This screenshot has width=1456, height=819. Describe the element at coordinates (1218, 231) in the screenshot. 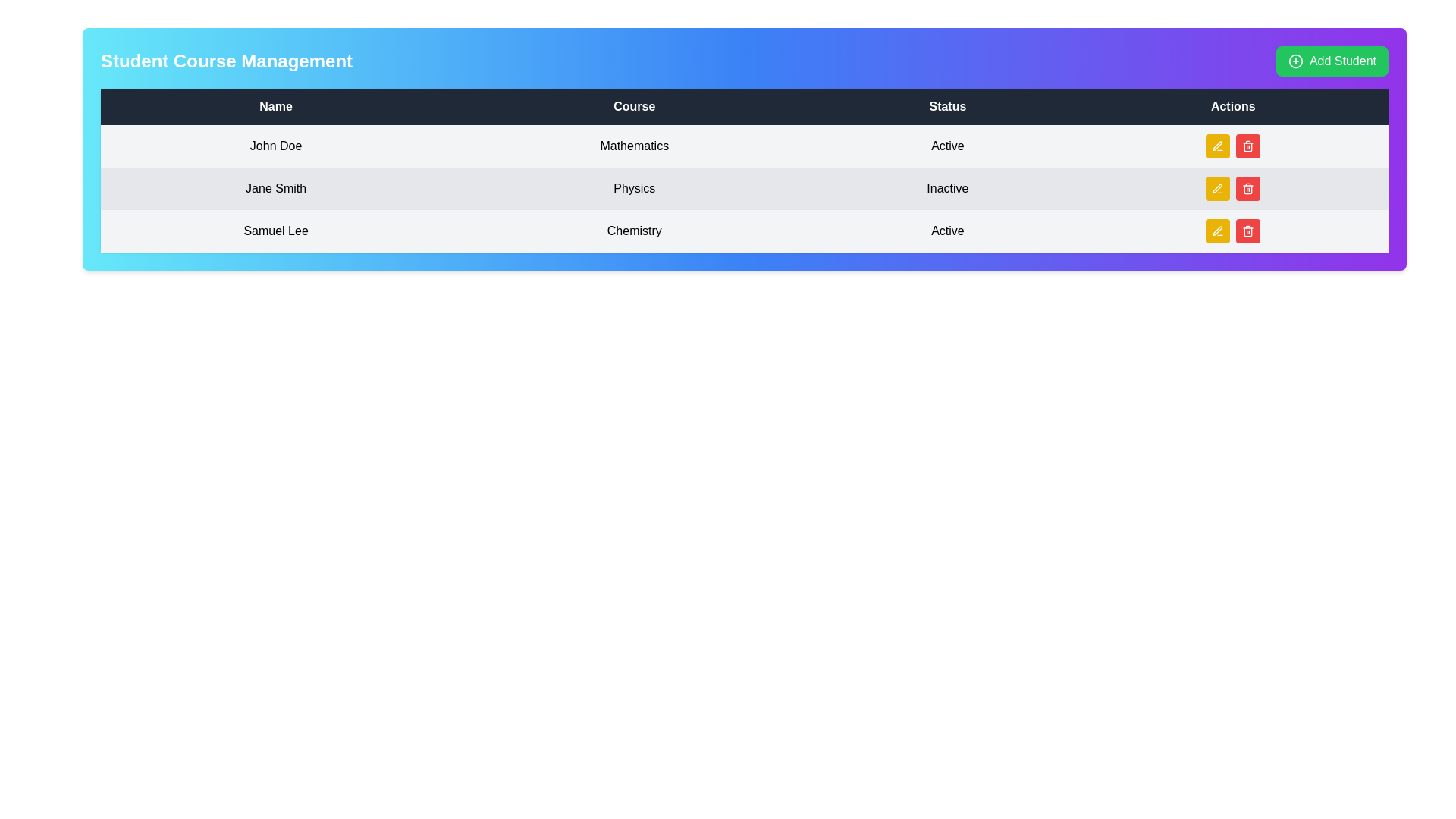

I see `the icon button resembling a pen or pencil in the last row of the table for the student 'Samuel Lee'` at that location.